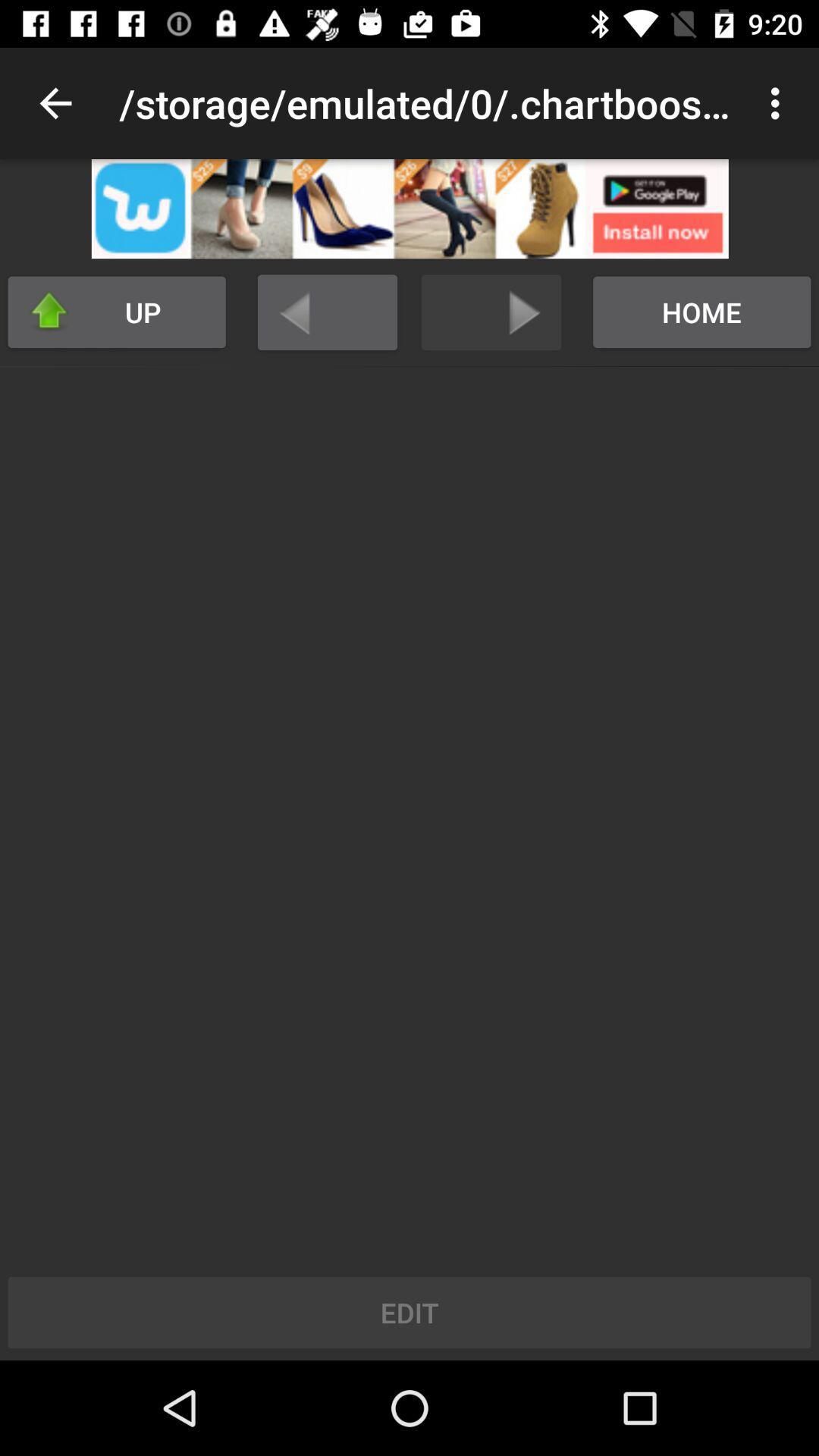  What do you see at coordinates (327, 312) in the screenshot?
I see `go back` at bounding box center [327, 312].